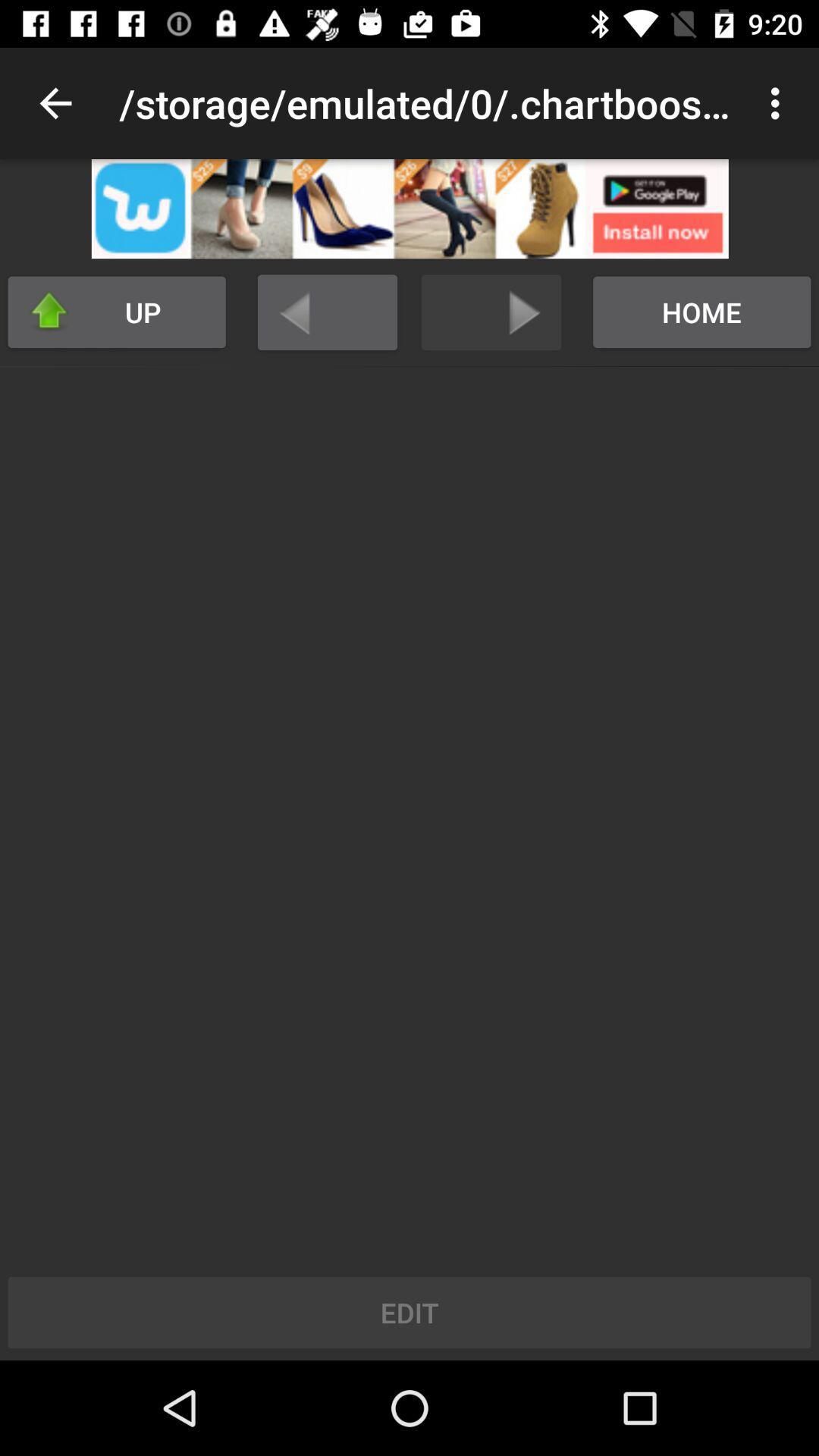  What do you see at coordinates (327, 312) in the screenshot?
I see `go back` at bounding box center [327, 312].